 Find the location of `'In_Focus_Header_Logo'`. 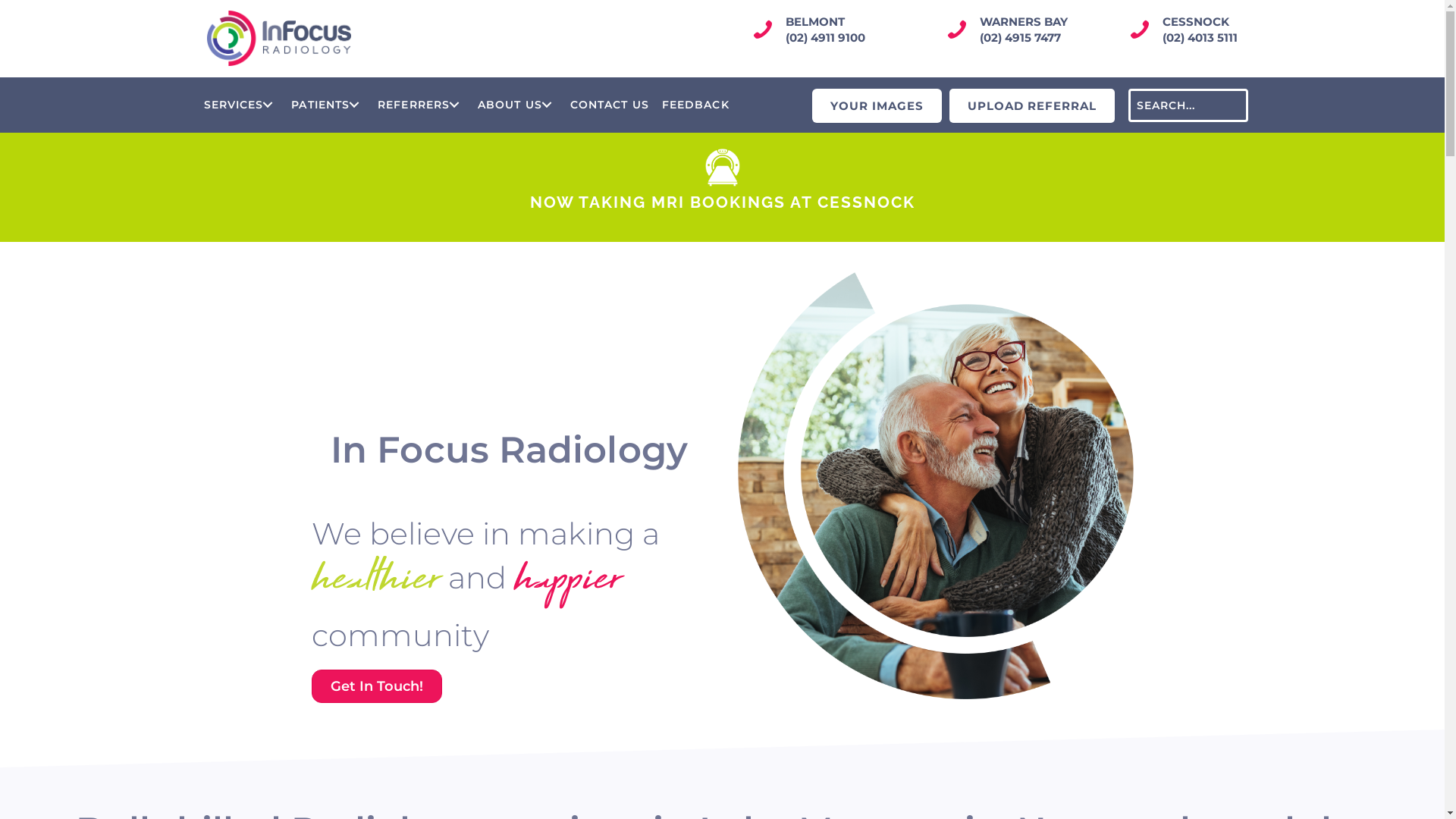

'In_Focus_Header_Logo' is located at coordinates (206, 37).